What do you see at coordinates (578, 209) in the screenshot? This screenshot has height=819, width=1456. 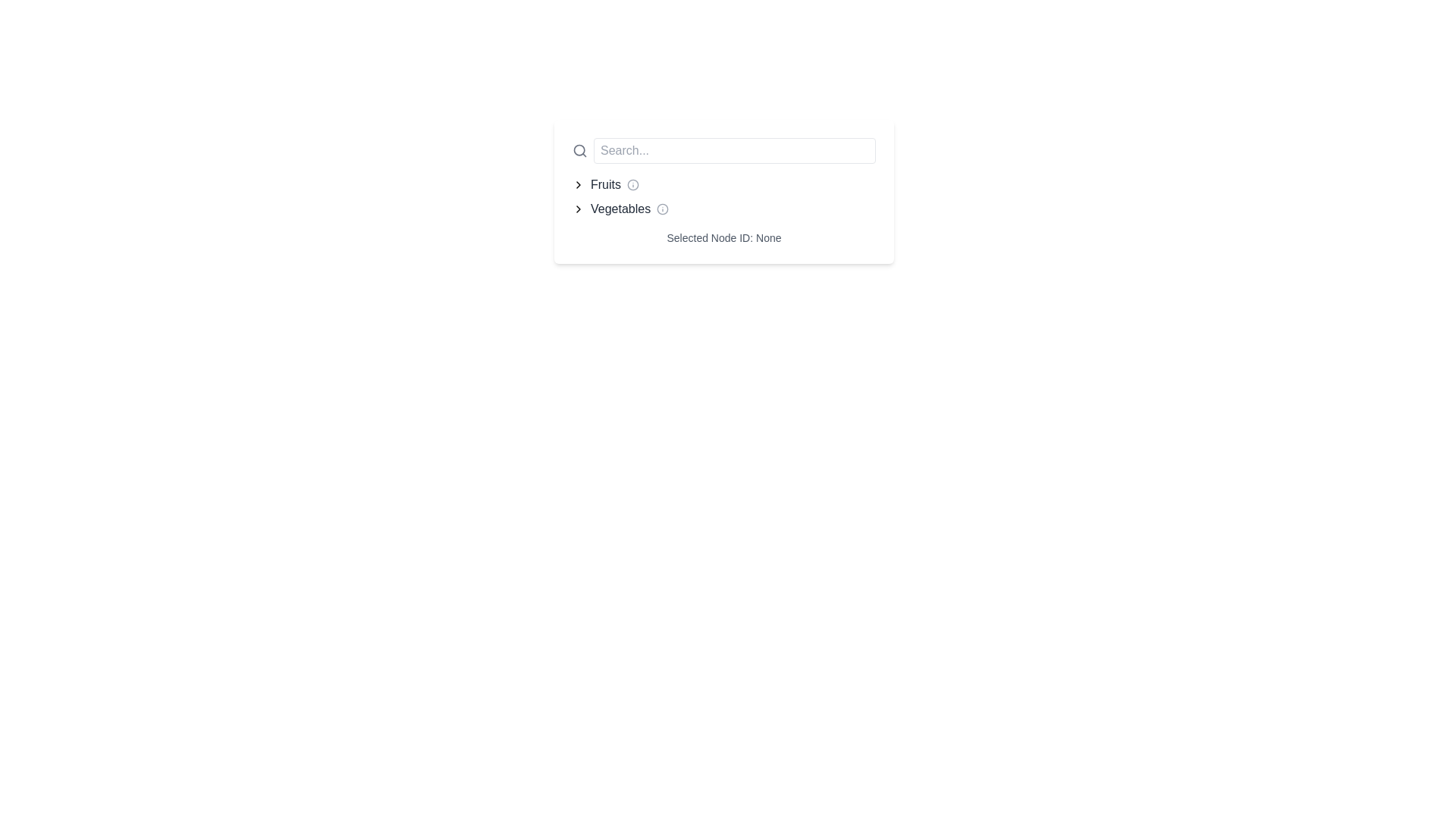 I see `the rightward-facing chevron icon located to the immediate left of the 'Vegetables' label` at bounding box center [578, 209].